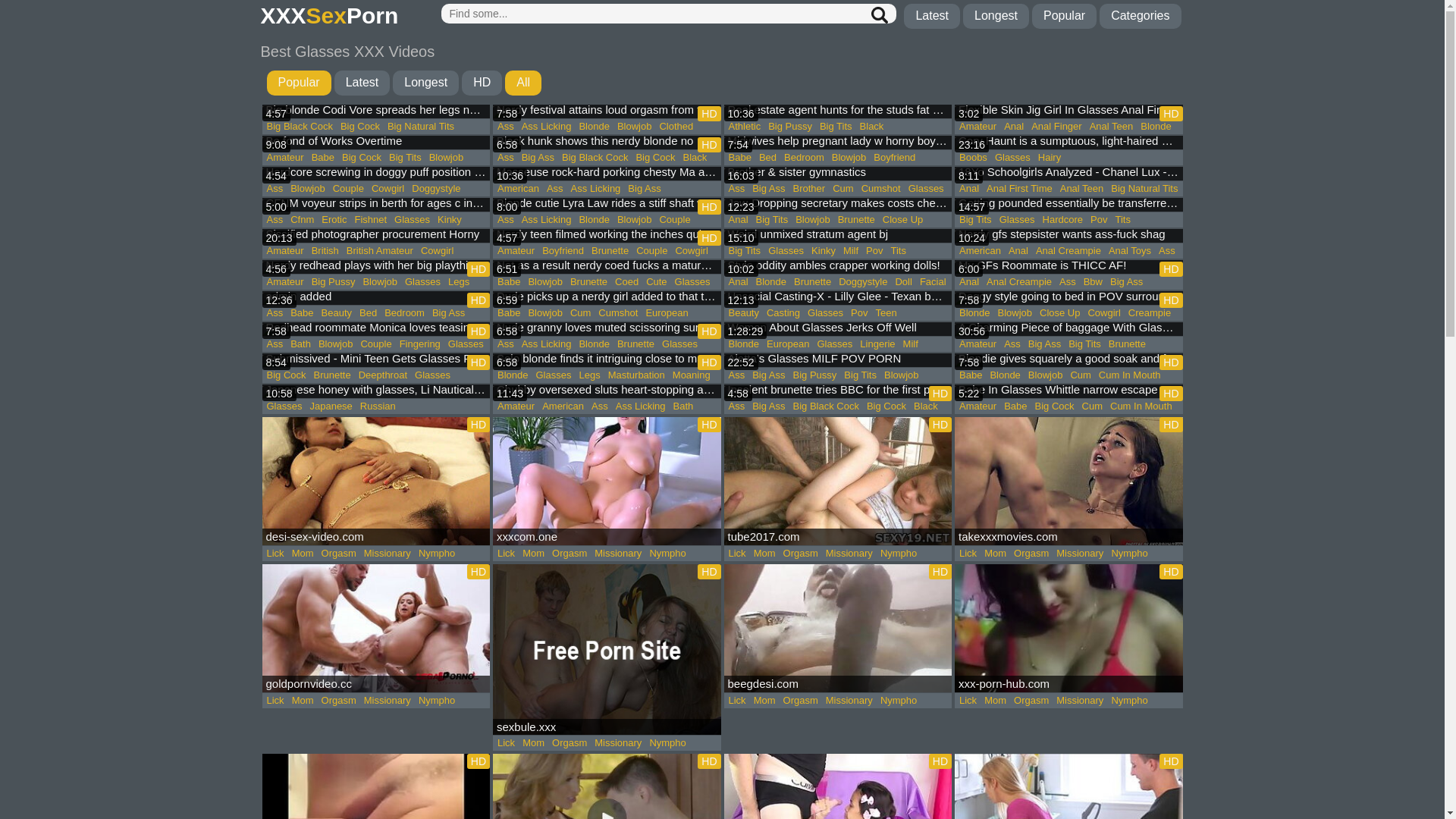 The image size is (1456, 819). I want to click on 'Doll', so click(902, 281).